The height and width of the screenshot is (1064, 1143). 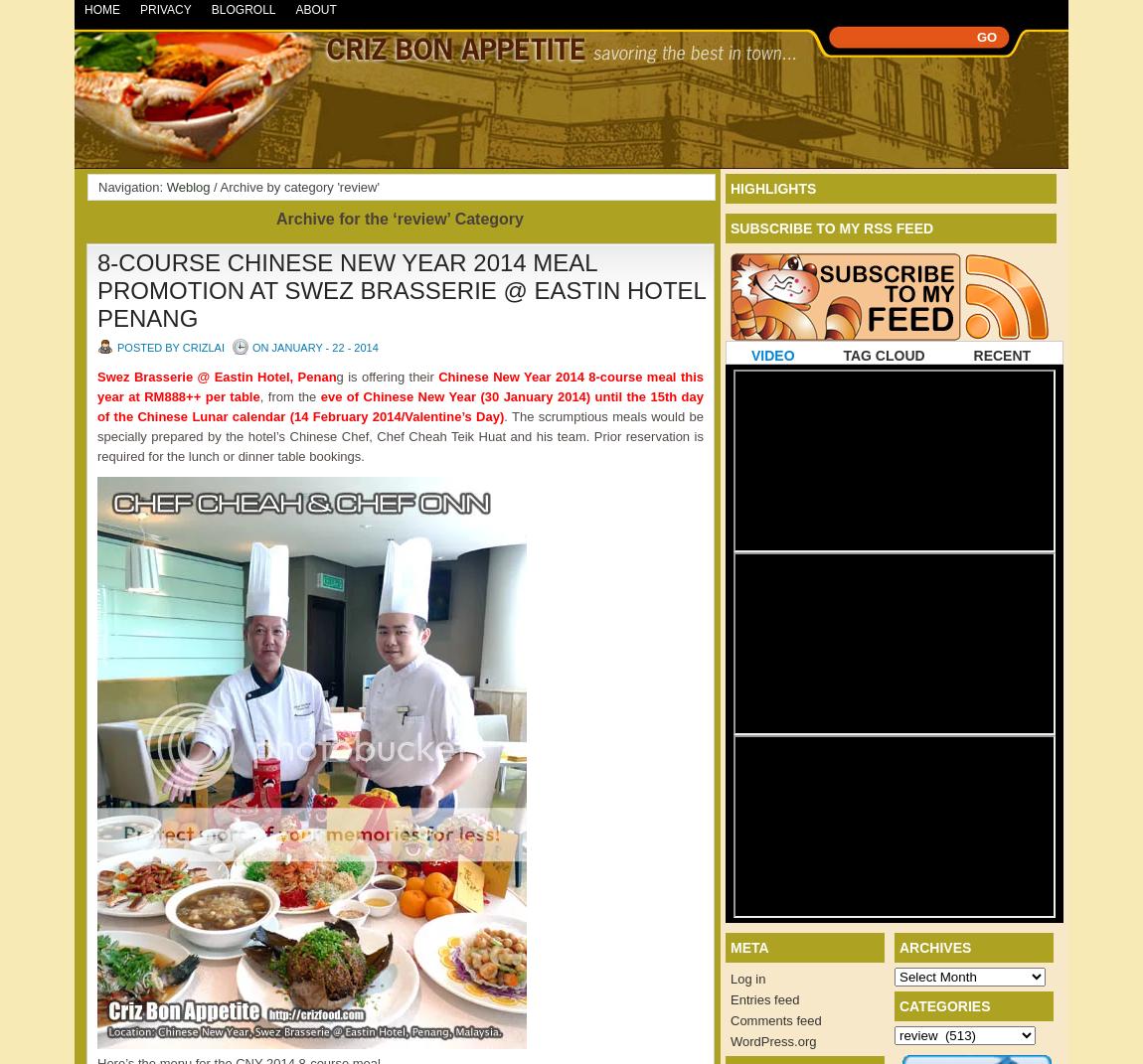 I want to click on ', from the', so click(x=289, y=396).